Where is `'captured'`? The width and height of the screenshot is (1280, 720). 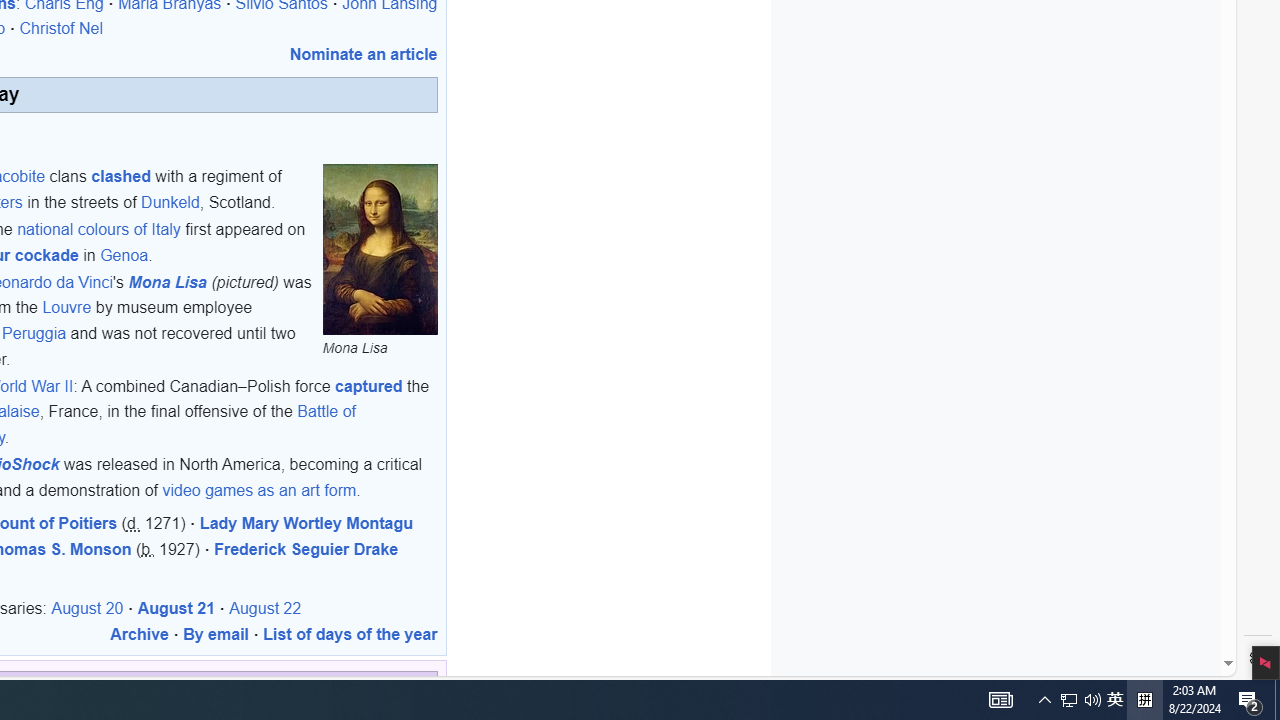 'captured' is located at coordinates (369, 386).